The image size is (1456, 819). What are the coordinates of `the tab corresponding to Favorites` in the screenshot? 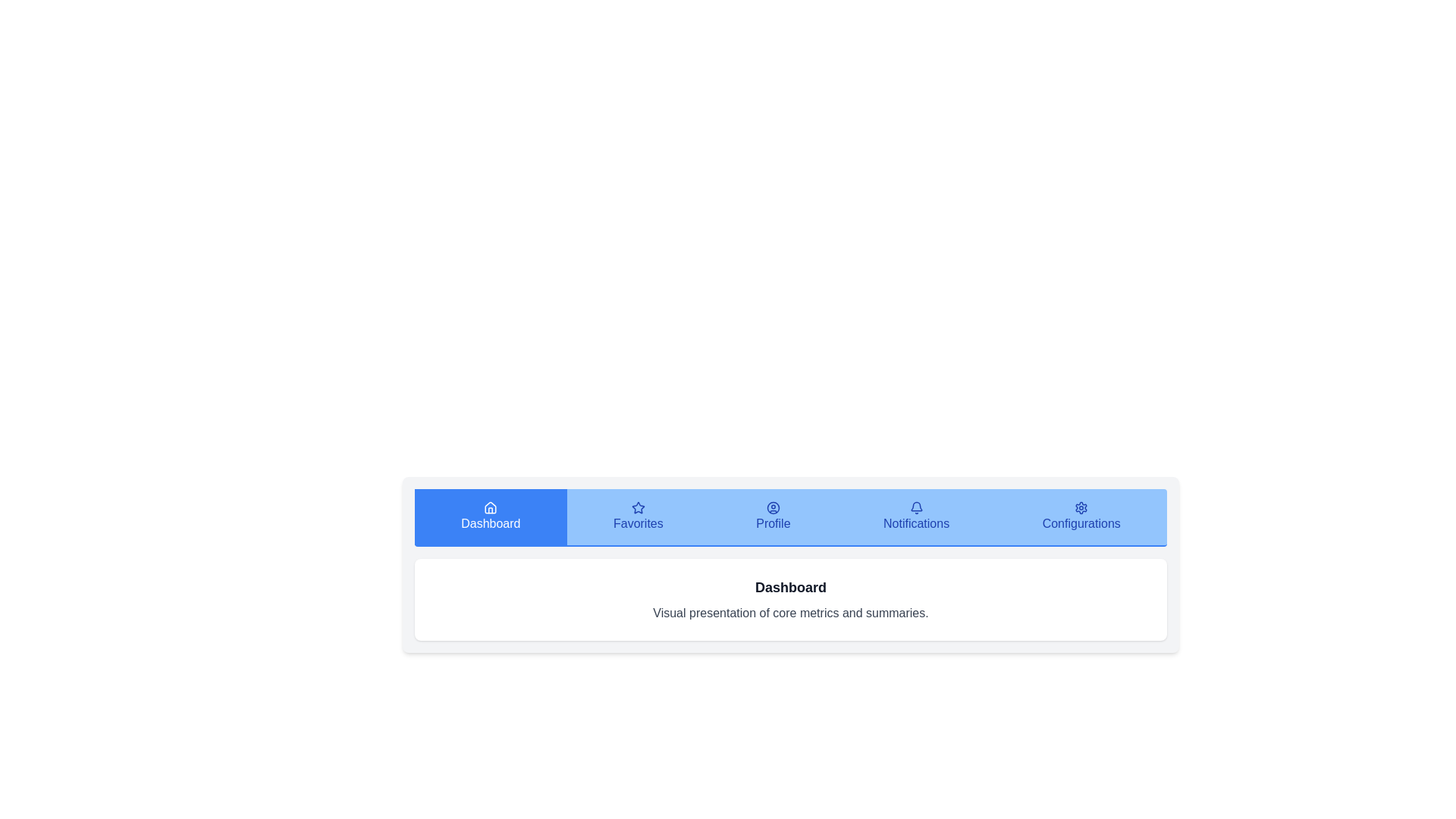 It's located at (637, 516).